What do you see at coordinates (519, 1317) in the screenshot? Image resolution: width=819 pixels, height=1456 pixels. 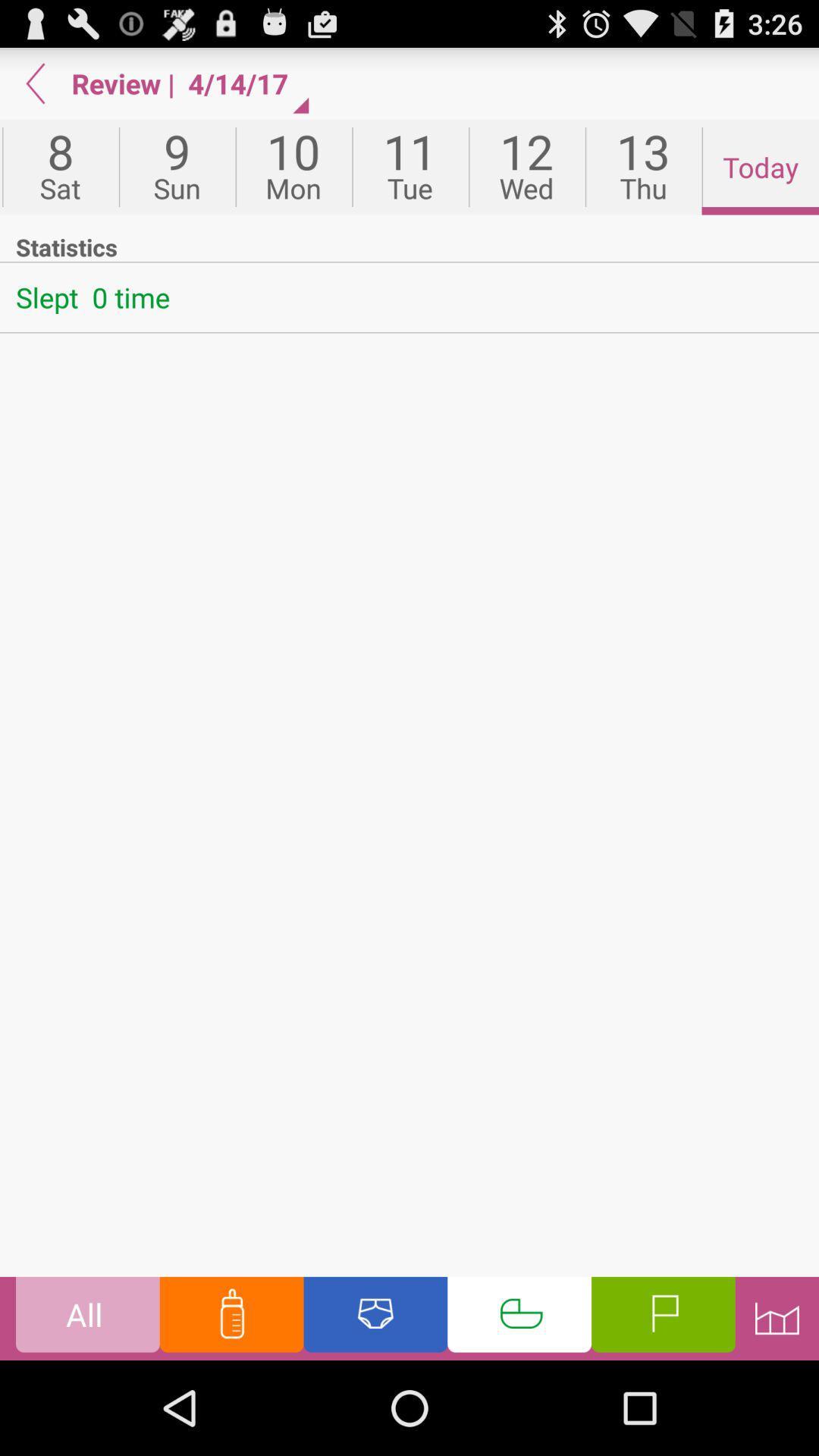 I see `set event day` at bounding box center [519, 1317].